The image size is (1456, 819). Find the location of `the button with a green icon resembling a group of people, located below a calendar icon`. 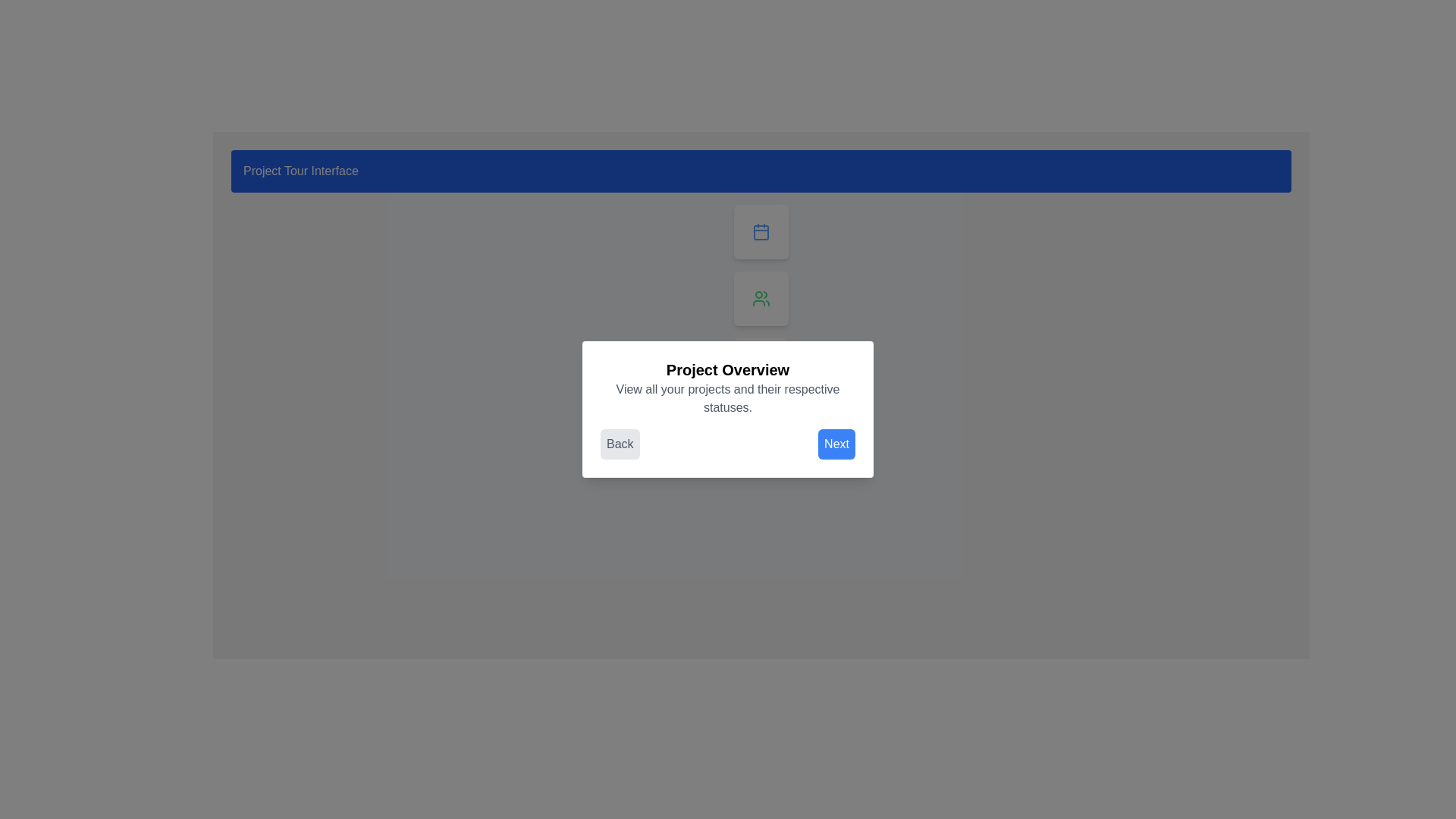

the button with a green icon resembling a group of people, located below a calendar icon is located at coordinates (761, 298).